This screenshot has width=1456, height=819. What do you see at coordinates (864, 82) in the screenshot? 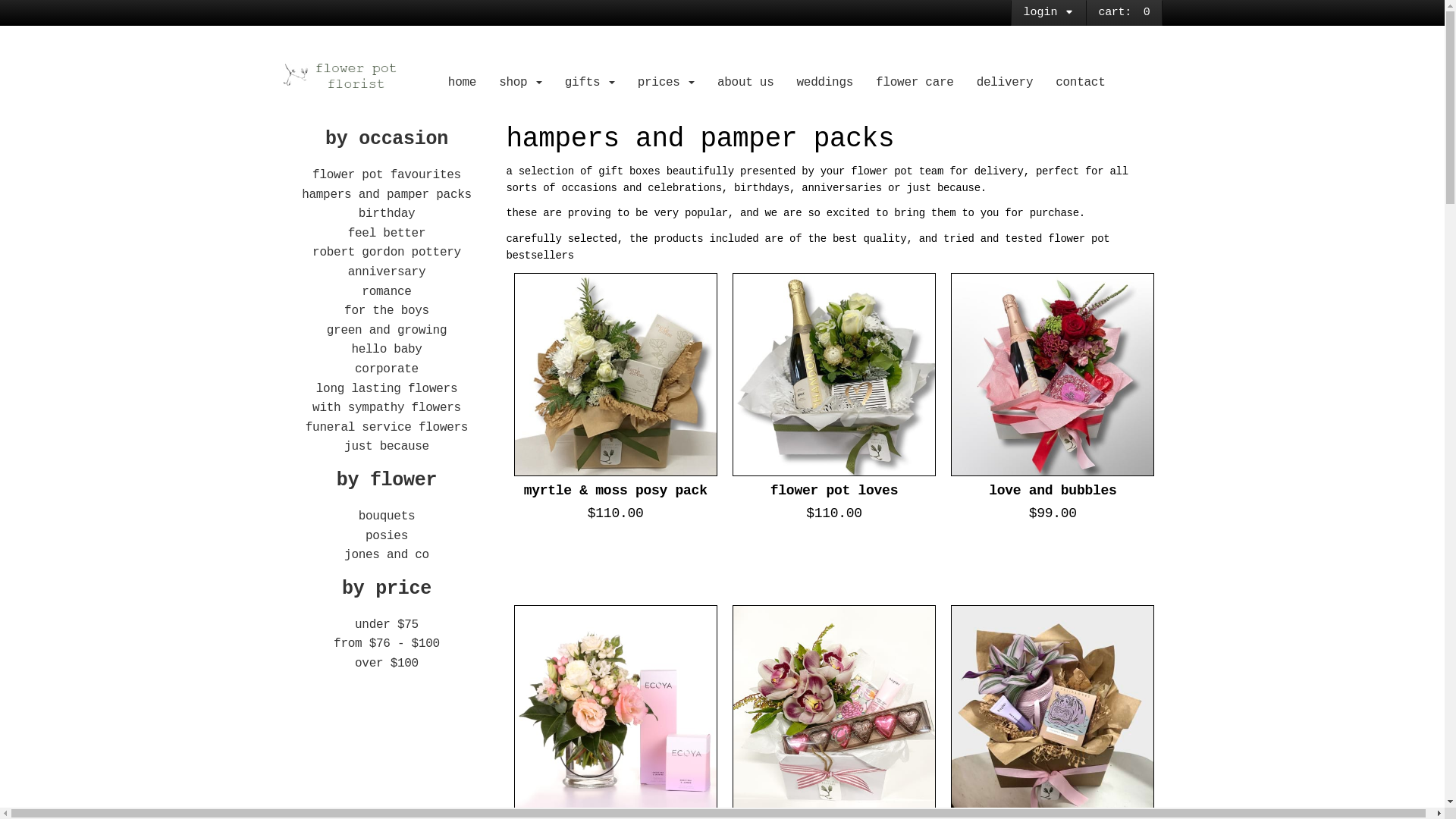
I see `'flower care'` at bounding box center [864, 82].